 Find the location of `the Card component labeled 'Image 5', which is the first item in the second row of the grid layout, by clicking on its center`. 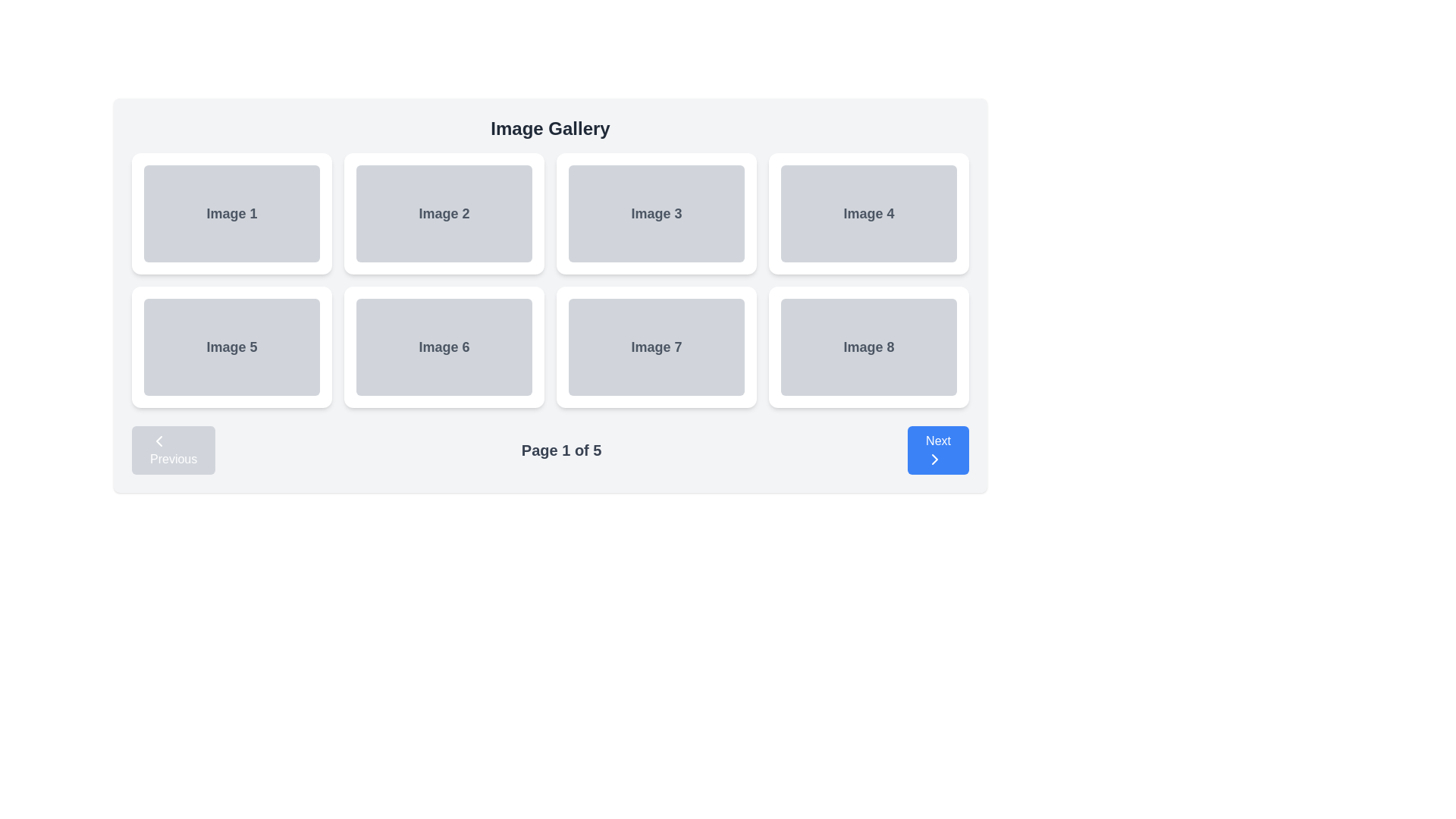

the Card component labeled 'Image 5', which is the first item in the second row of the grid layout, by clicking on its center is located at coordinates (231, 347).